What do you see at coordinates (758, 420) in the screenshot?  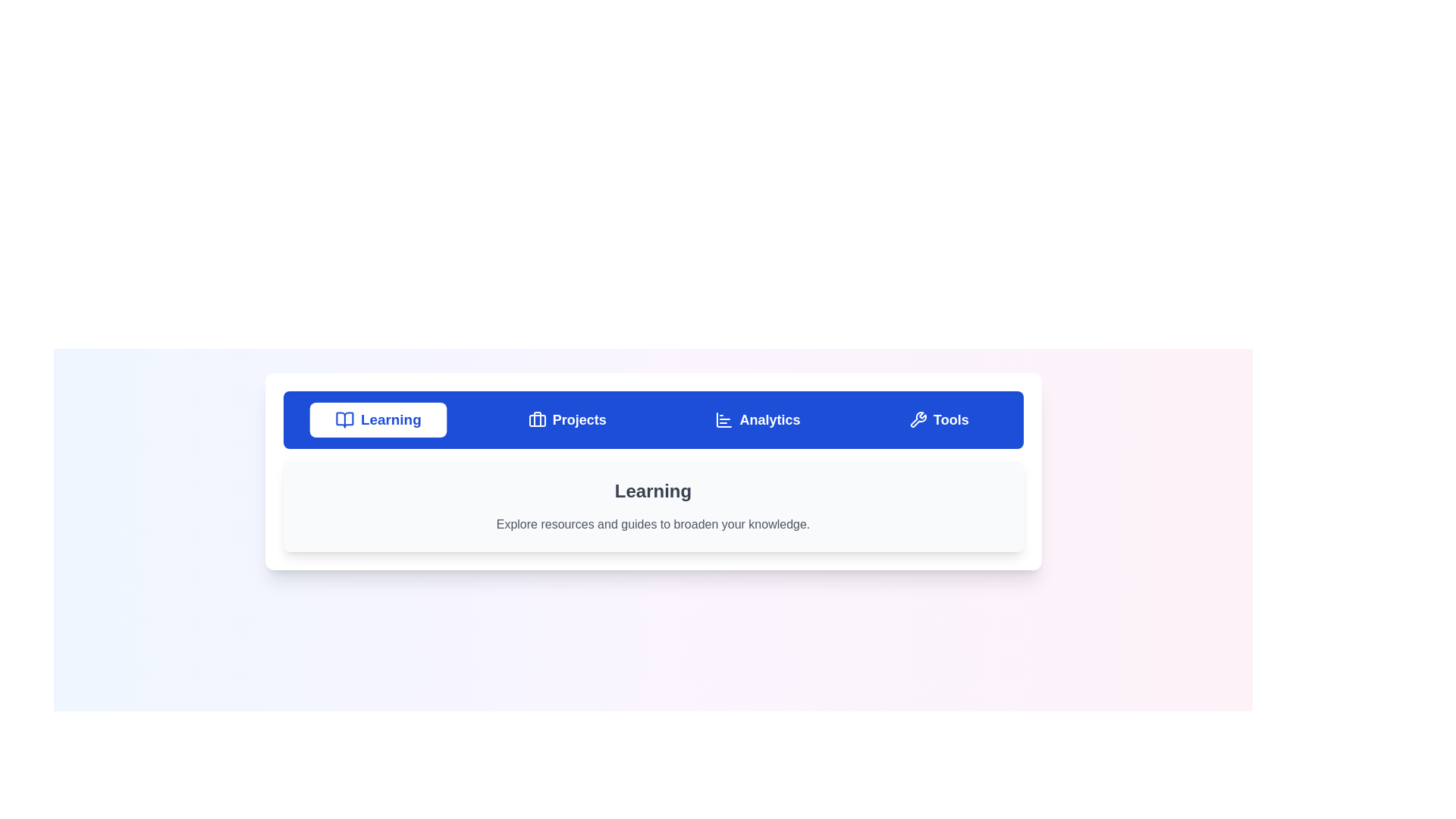 I see `the interactive 'Analytics' button, which is the third button in a horizontal menu located at the top section of the card` at bounding box center [758, 420].